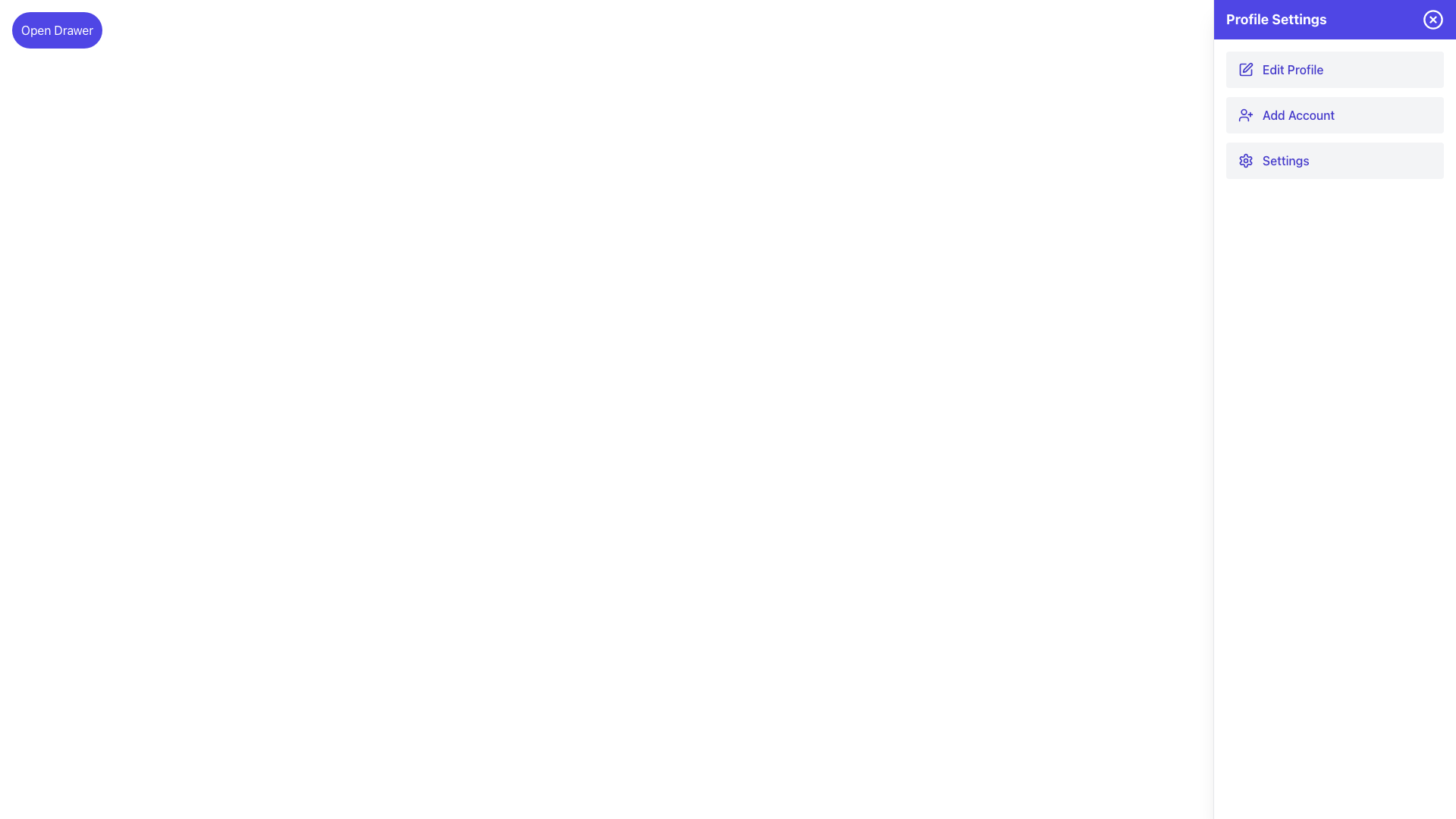 The width and height of the screenshot is (1456, 819). What do you see at coordinates (1245, 114) in the screenshot?
I see `the user icon with a blue outline and plus sign, located next to the 'Add Account' text in the 'Profile Settings' section of the side panel` at bounding box center [1245, 114].